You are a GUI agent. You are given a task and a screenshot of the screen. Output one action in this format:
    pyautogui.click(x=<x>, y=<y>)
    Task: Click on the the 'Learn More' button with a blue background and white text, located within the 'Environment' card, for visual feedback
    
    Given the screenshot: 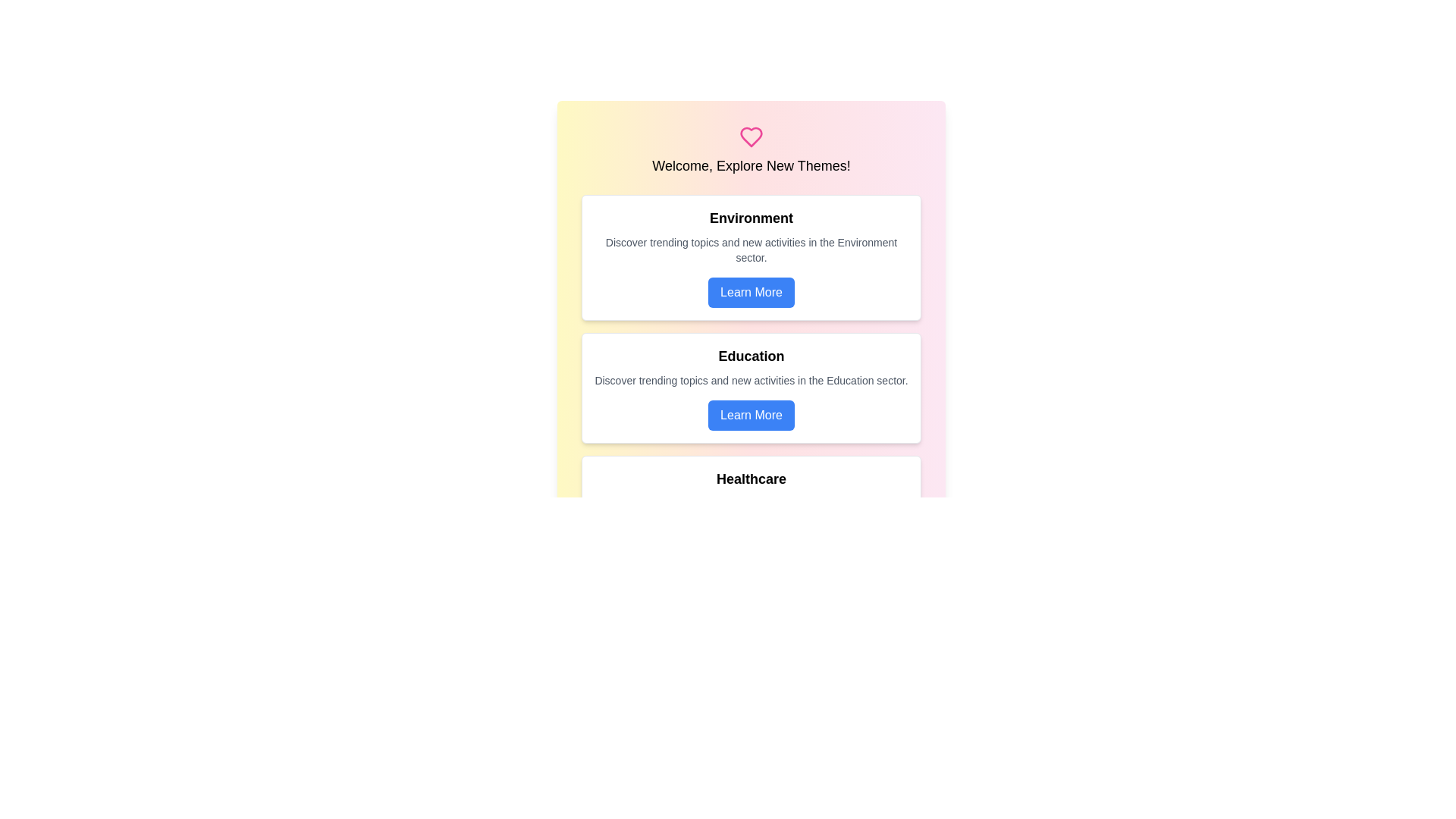 What is the action you would take?
    pyautogui.click(x=751, y=292)
    